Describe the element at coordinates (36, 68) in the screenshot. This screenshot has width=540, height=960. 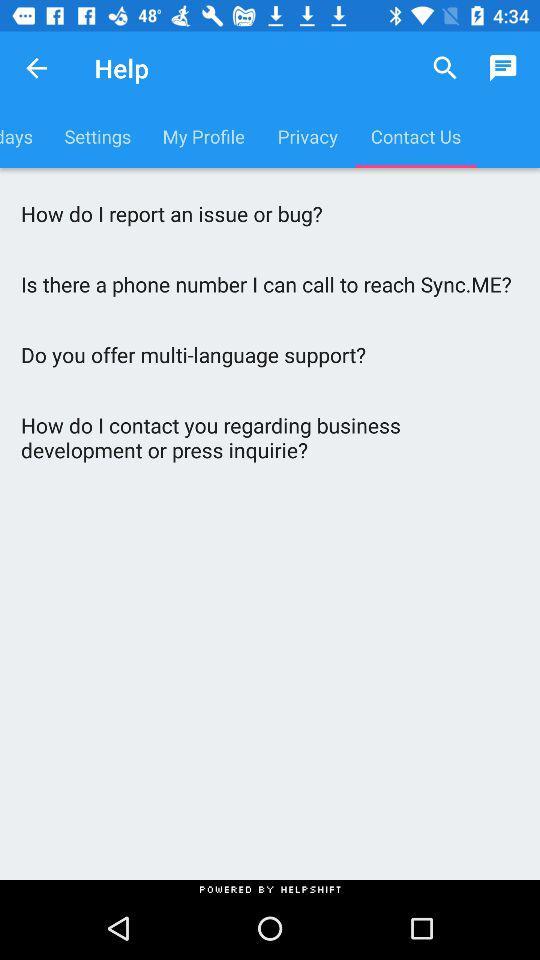
I see `the item next to help` at that location.